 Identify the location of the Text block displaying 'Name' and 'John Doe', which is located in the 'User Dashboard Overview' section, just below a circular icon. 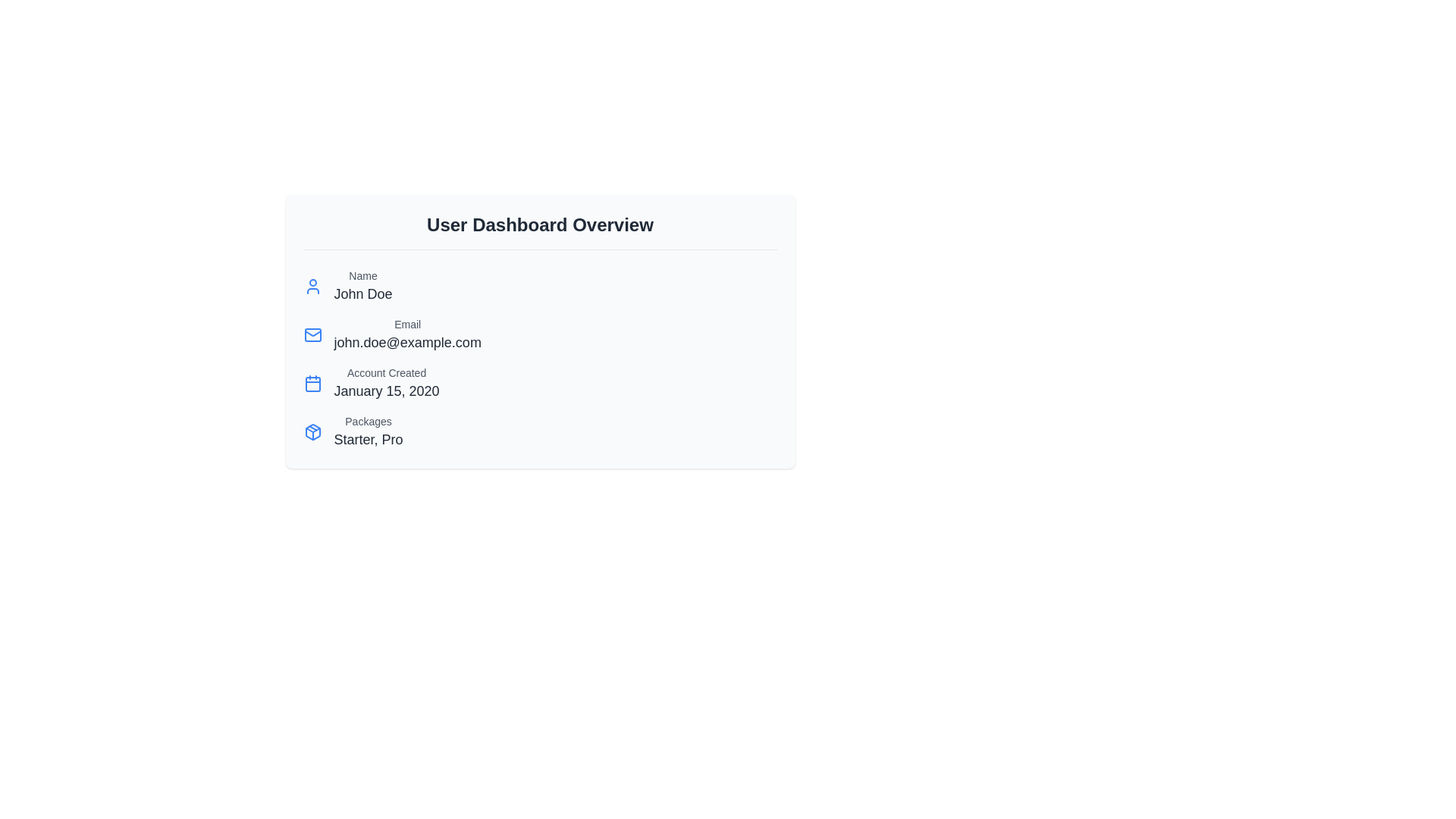
(362, 287).